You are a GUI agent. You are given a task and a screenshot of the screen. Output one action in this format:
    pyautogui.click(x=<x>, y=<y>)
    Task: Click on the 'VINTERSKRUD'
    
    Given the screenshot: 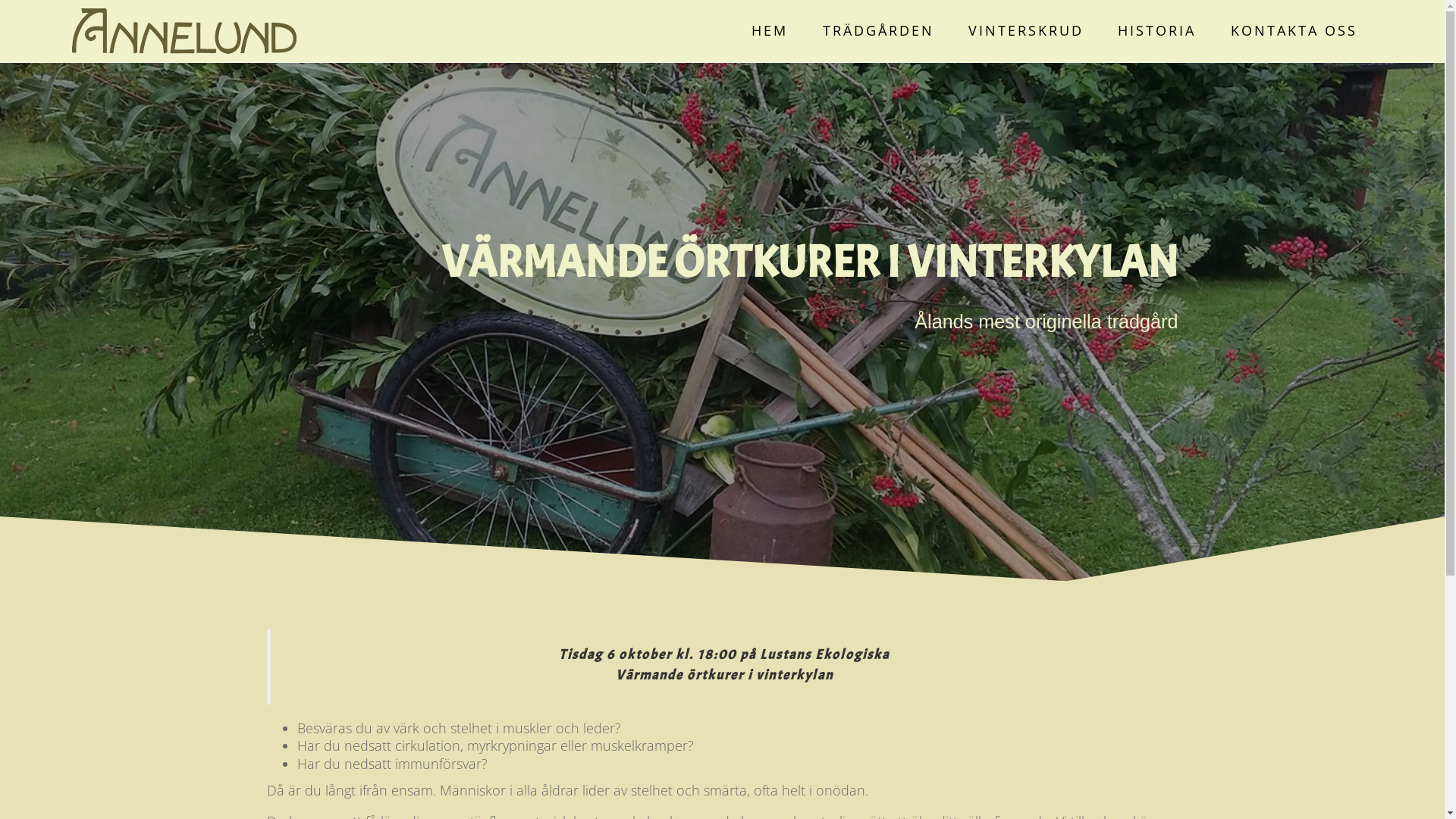 What is the action you would take?
    pyautogui.click(x=1026, y=31)
    